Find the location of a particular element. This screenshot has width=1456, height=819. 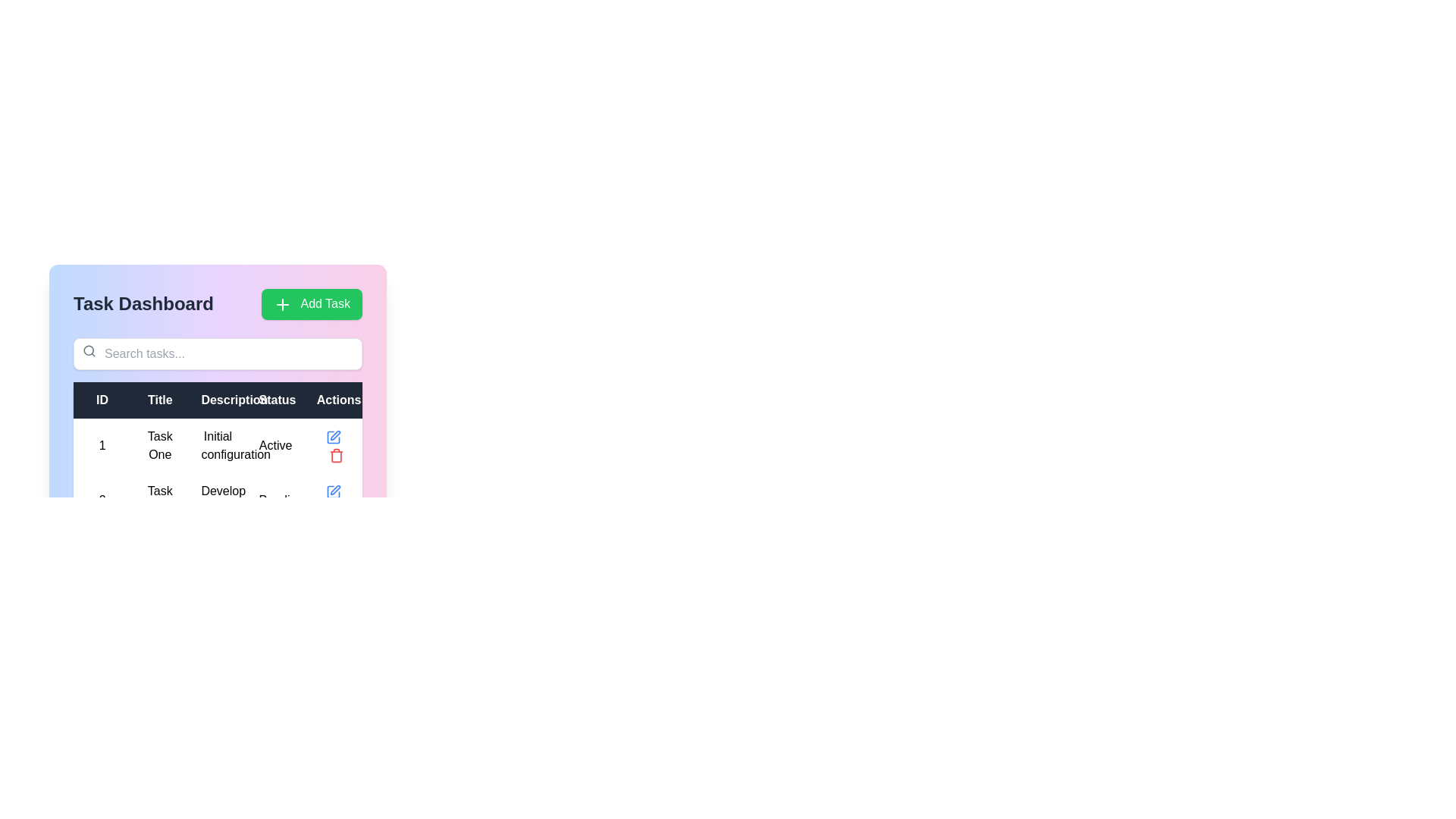

text of the status label located in the first row of the table under the 'Status' column, which follows 'Initial configuration' from the 'Description' column is located at coordinates (275, 444).